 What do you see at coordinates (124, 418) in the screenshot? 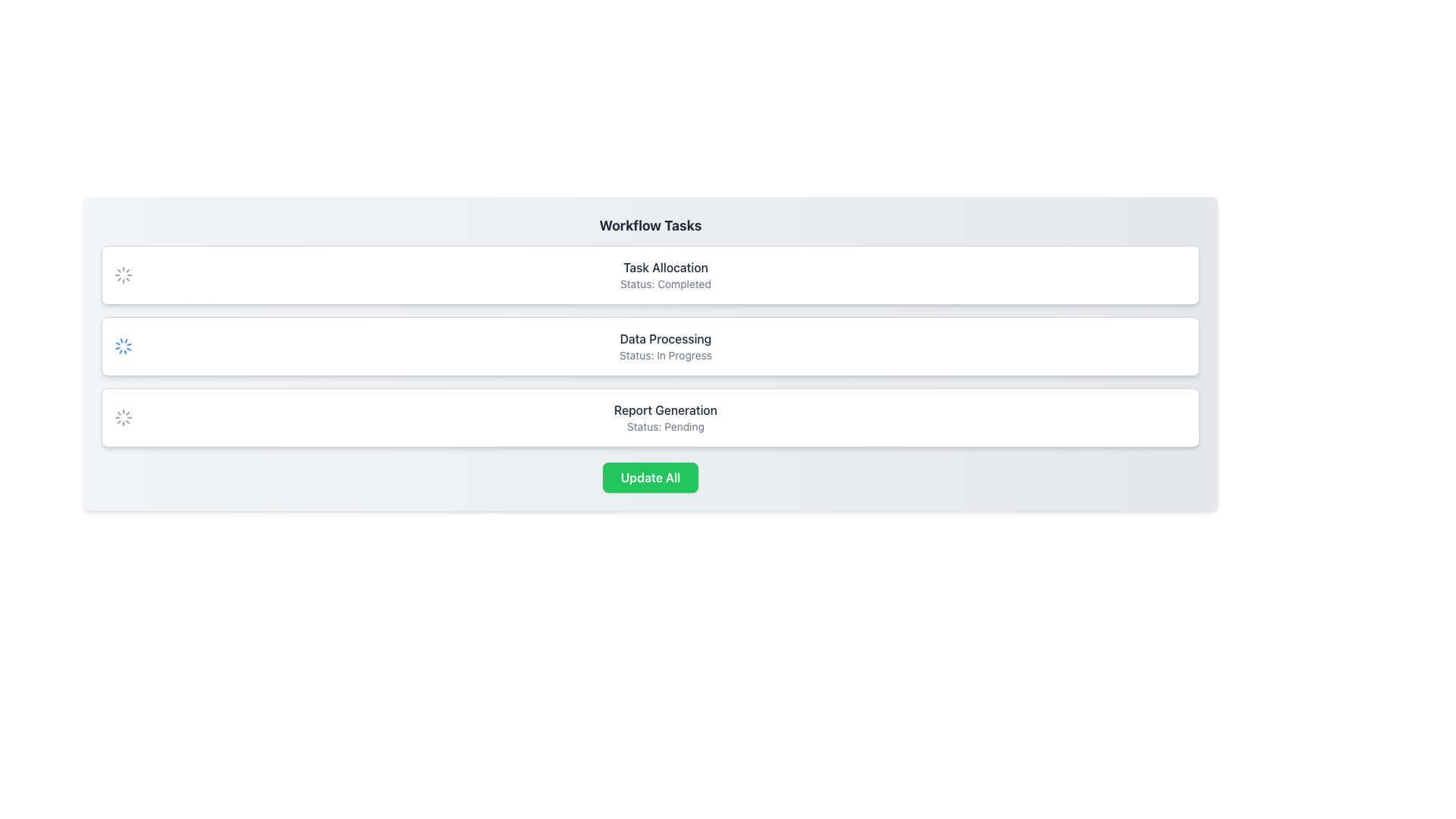
I see `the spinner icon in the 'Report Generation' task bar, indicating a loading status` at bounding box center [124, 418].